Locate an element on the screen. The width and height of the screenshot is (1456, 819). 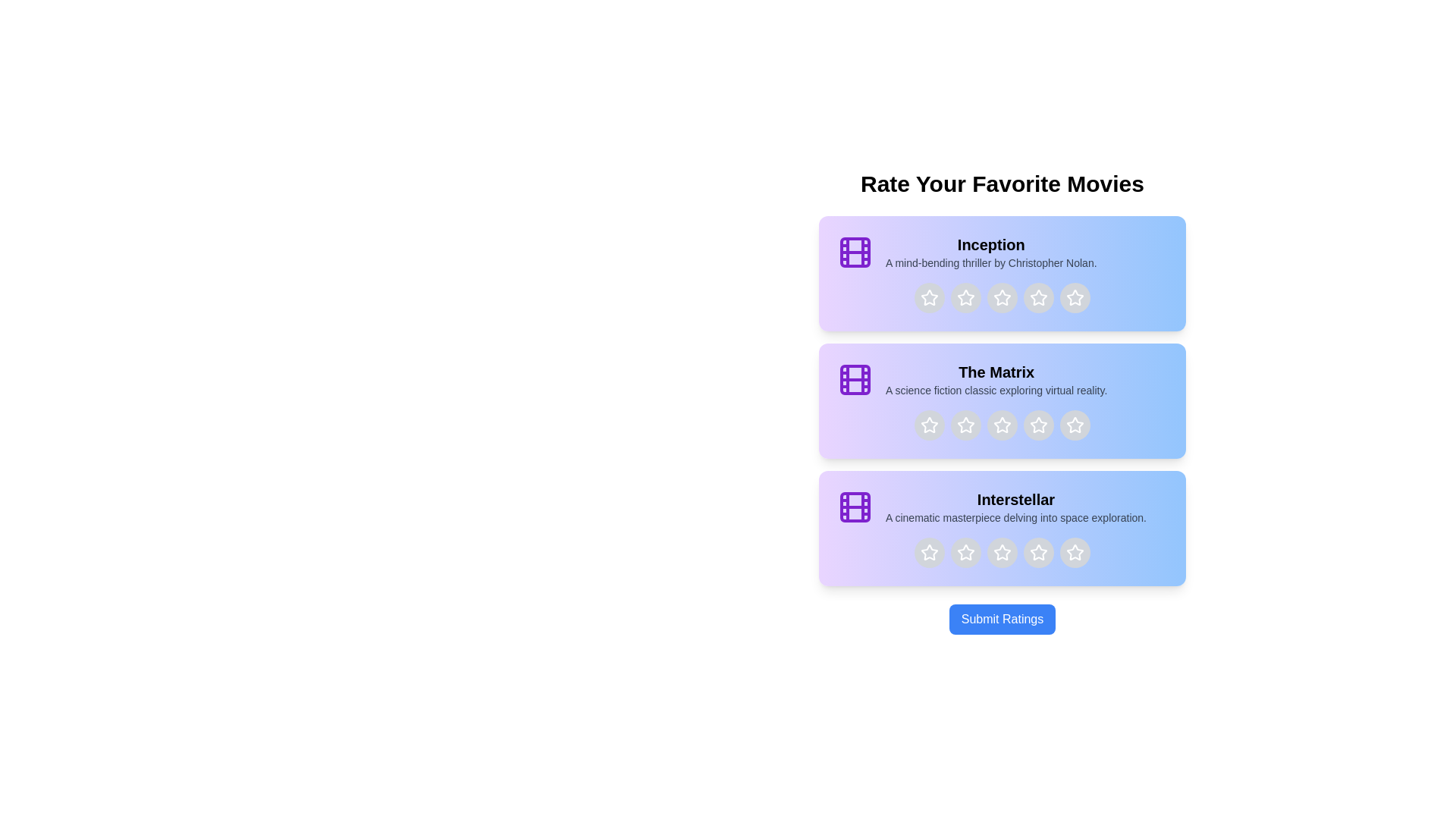
the star corresponding to 3 stars for the movie titled Interstellar is located at coordinates (1002, 553).